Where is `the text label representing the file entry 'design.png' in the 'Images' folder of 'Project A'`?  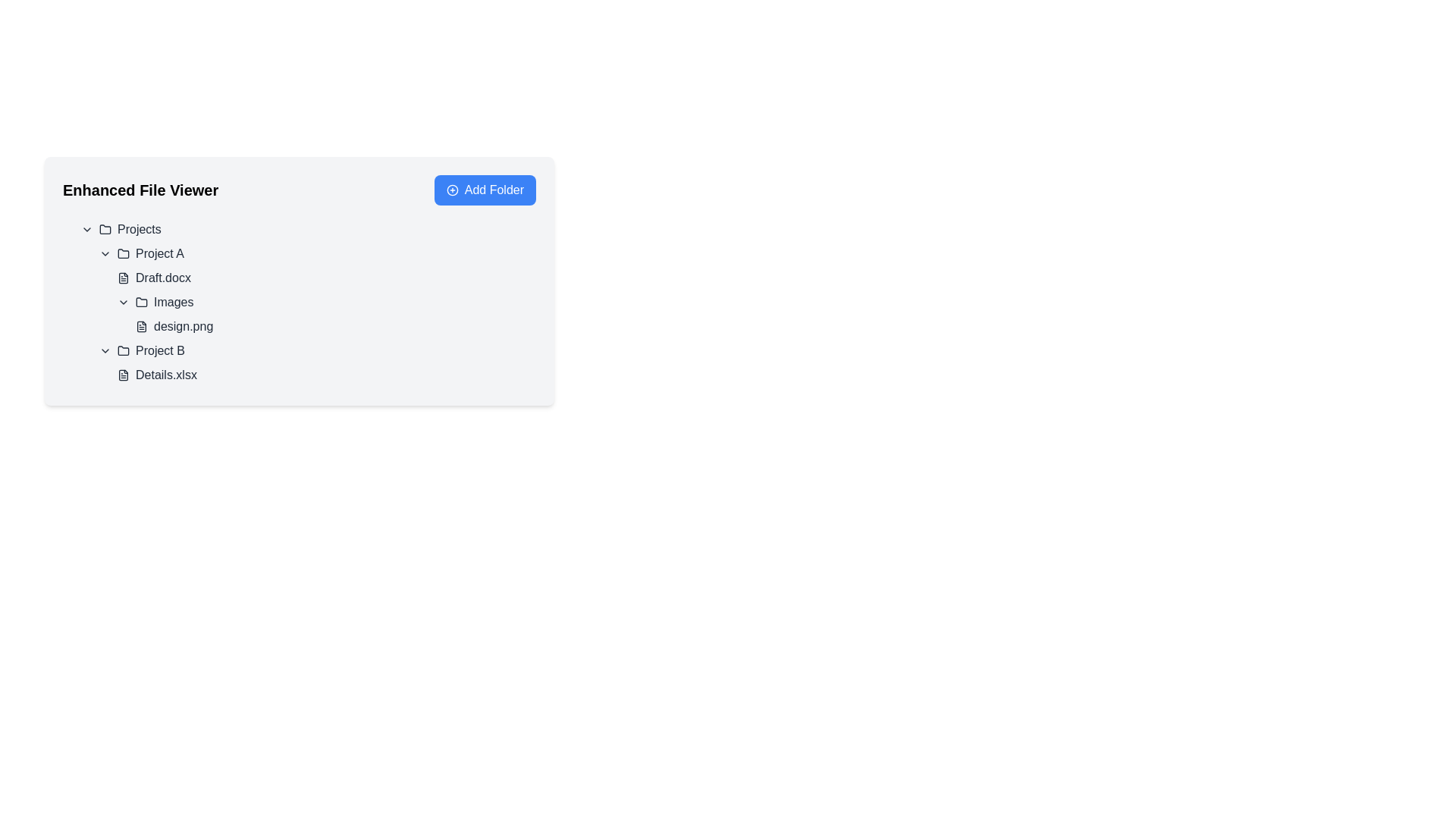 the text label representing the file entry 'design.png' in the 'Images' folder of 'Project A' is located at coordinates (183, 326).